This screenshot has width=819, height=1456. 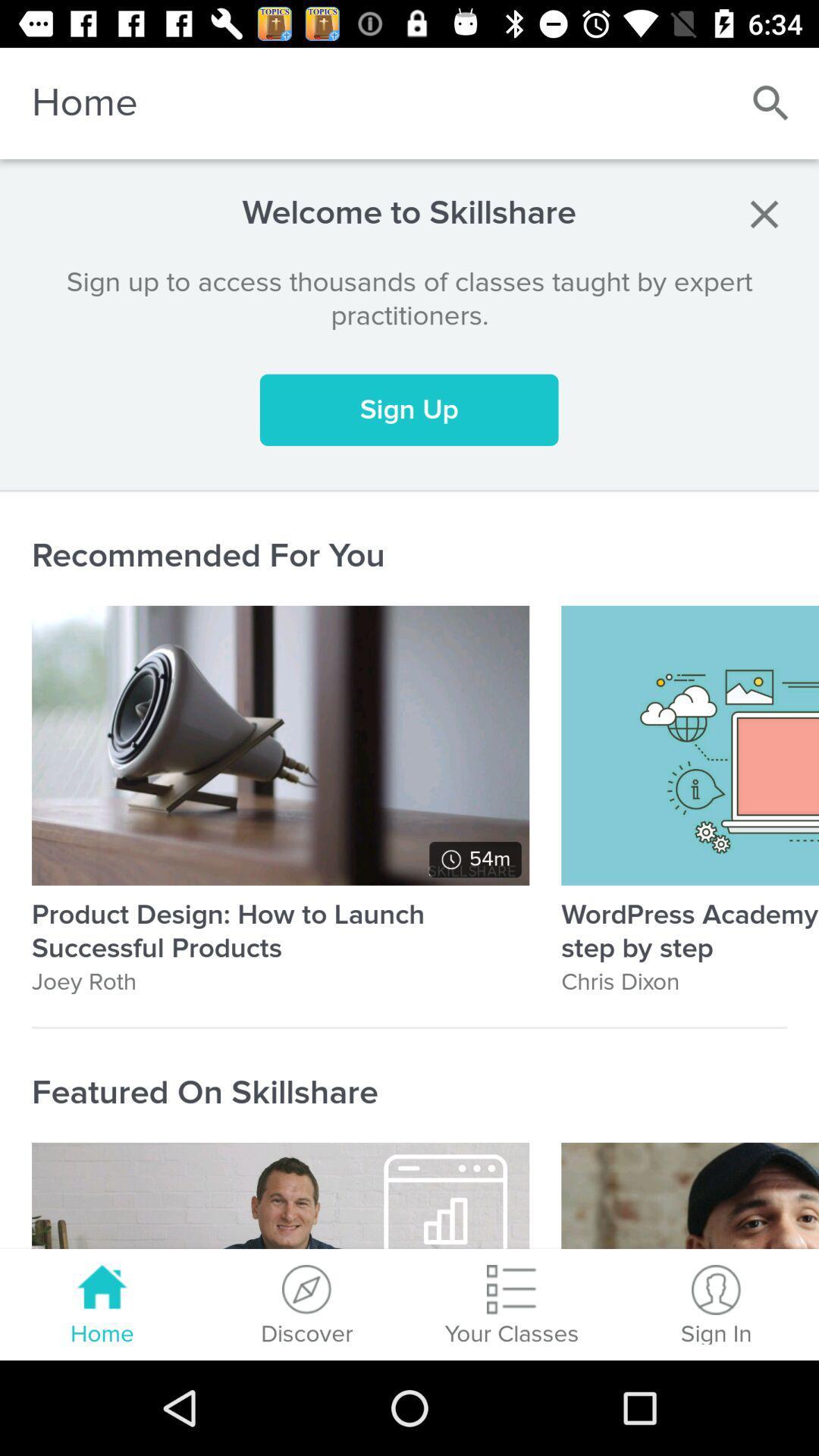 I want to click on exit notification, so click(x=764, y=213).